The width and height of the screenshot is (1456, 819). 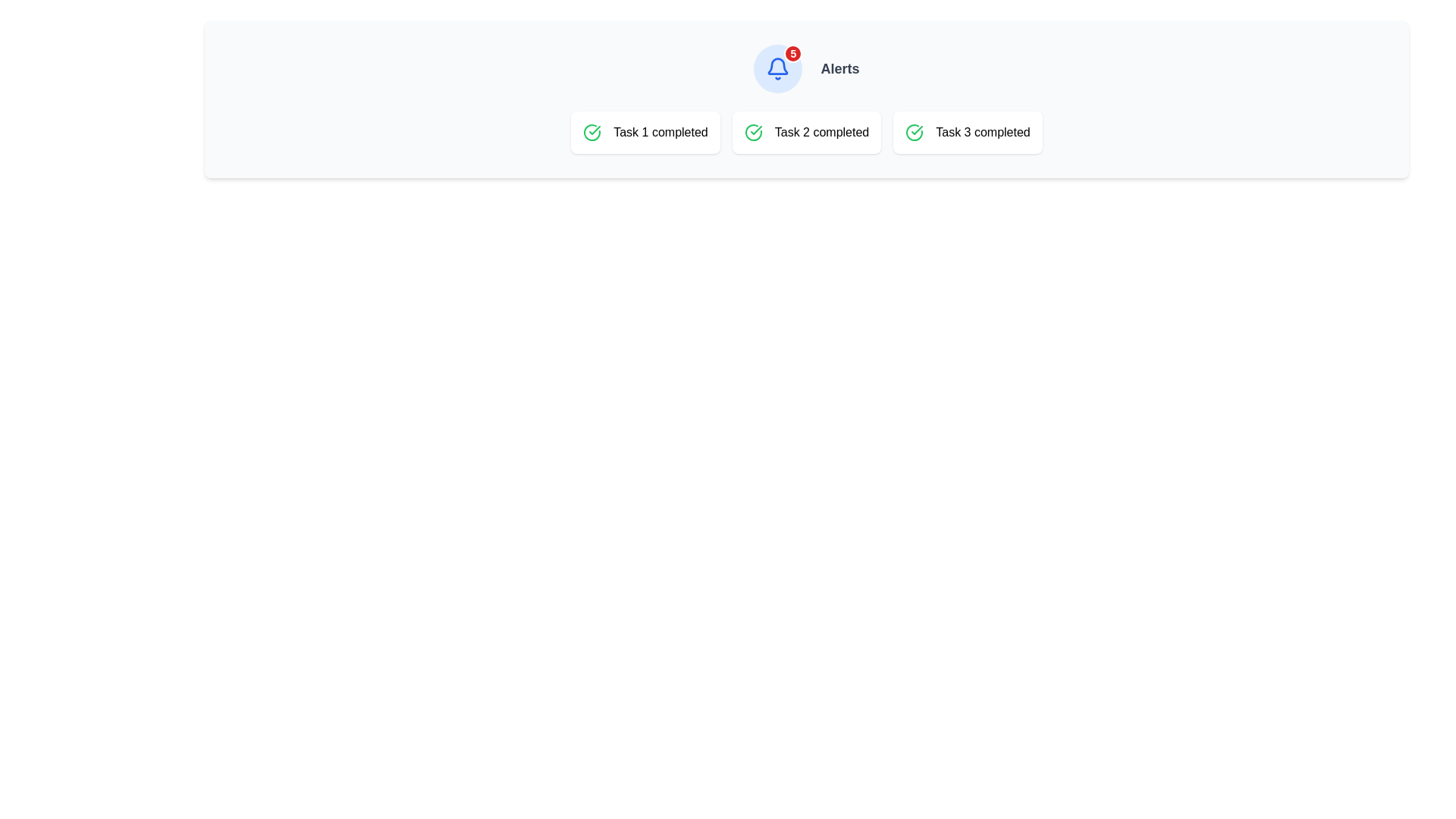 I want to click on the 'Task 3 completed' informational card which is the third card in the grid layout, signified by a green checkmark icon and black text, so click(x=967, y=131).